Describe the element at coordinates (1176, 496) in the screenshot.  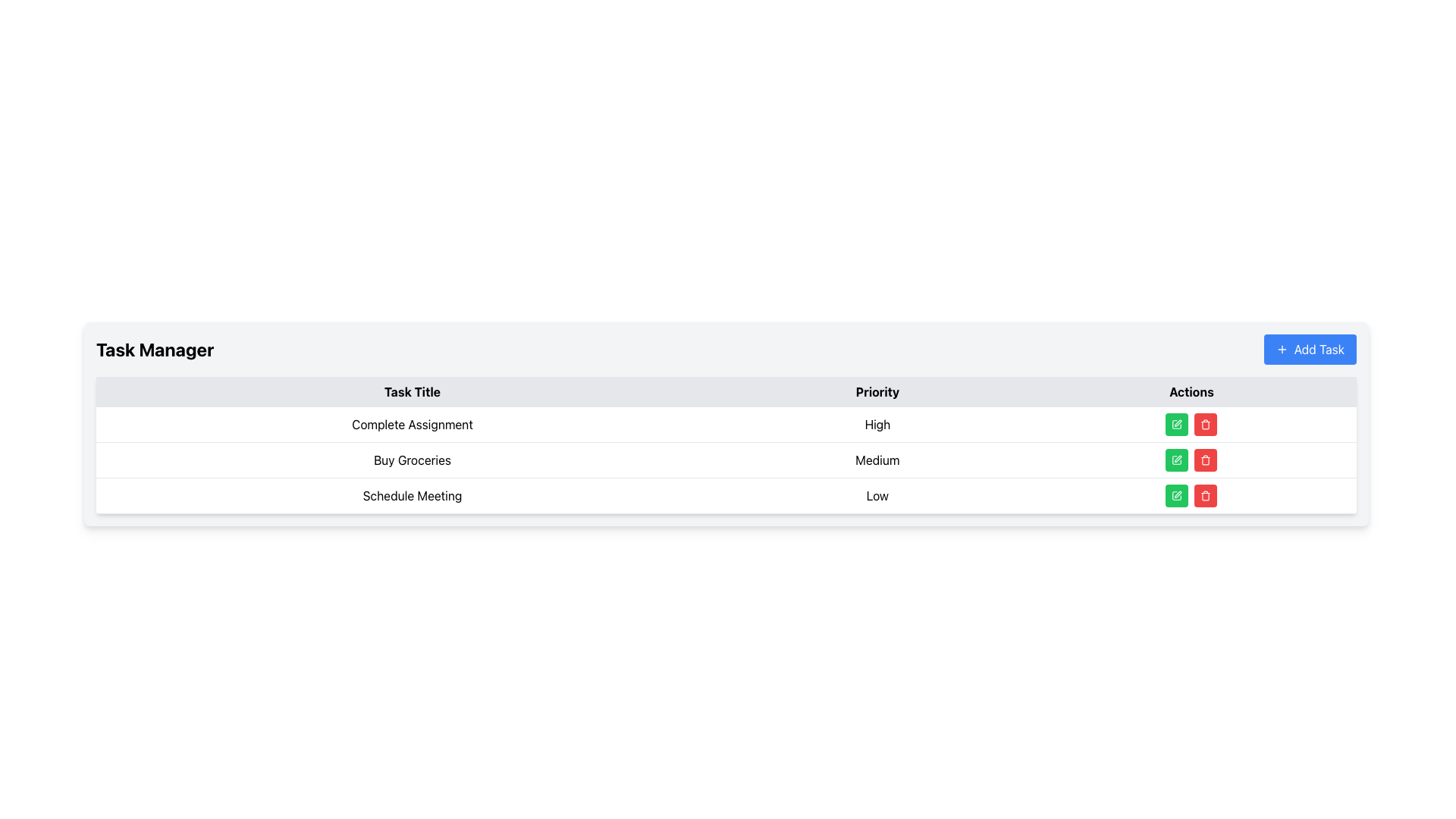
I see `the button in the 'Actions' column of the last row, which is used to modify or edit the details of the task labeled 'Schedule Meeting' with 'Low' priority` at that location.